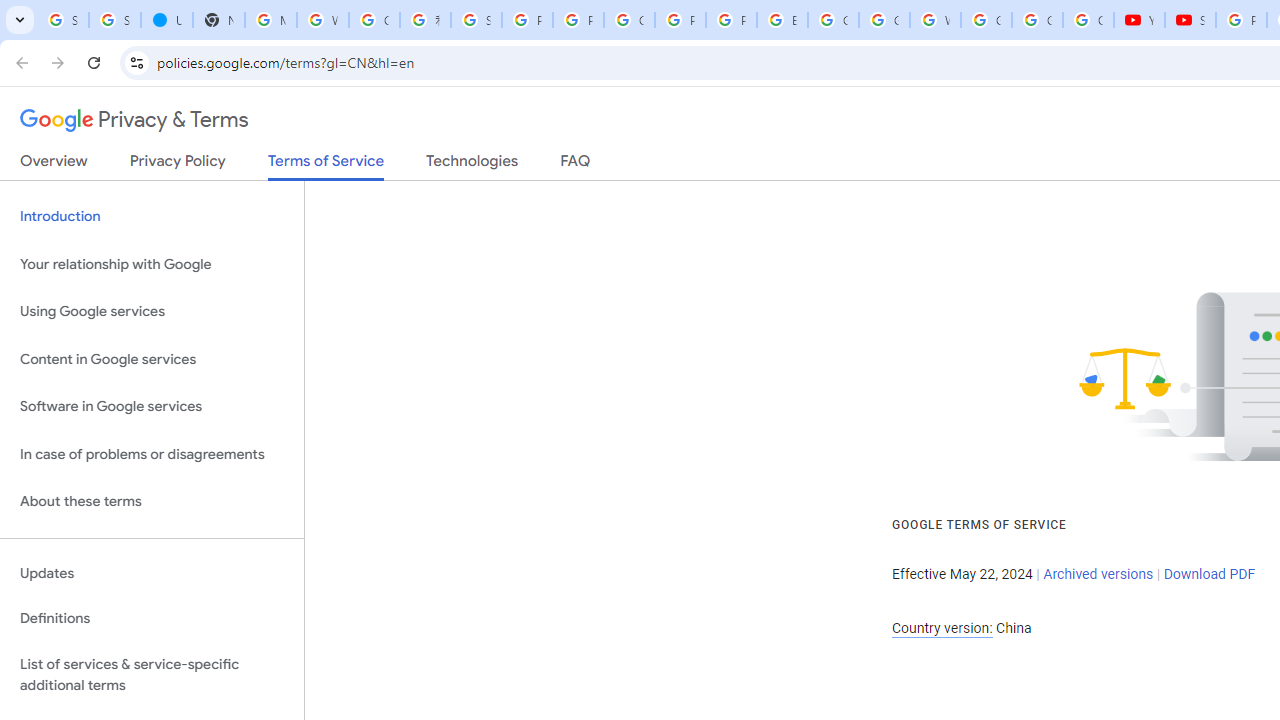 This screenshot has width=1280, height=720. Describe the element at coordinates (934, 20) in the screenshot. I see `'Welcome to My Activity'` at that location.